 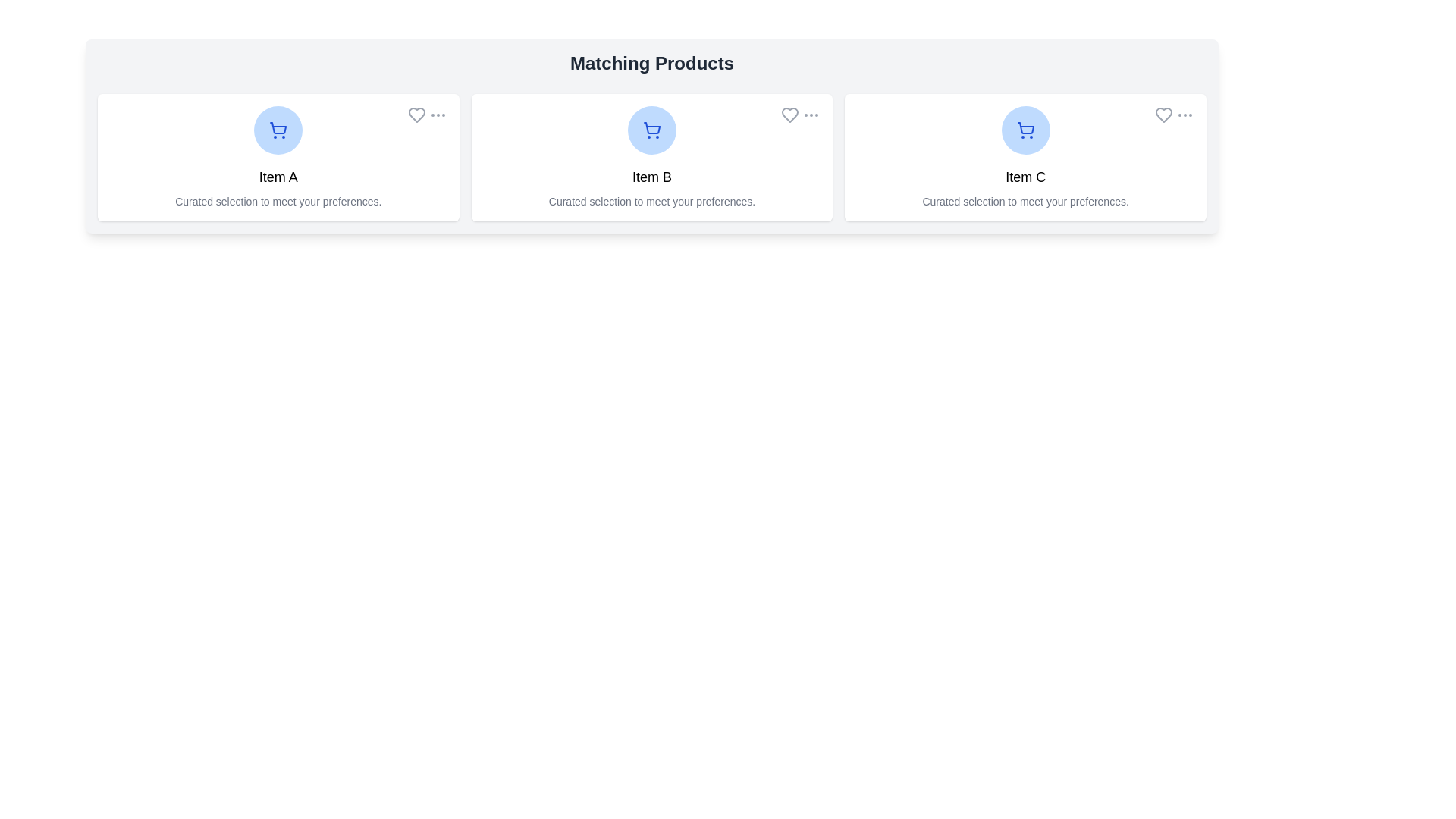 I want to click on the 'more options' button for Item B, so click(x=811, y=114).